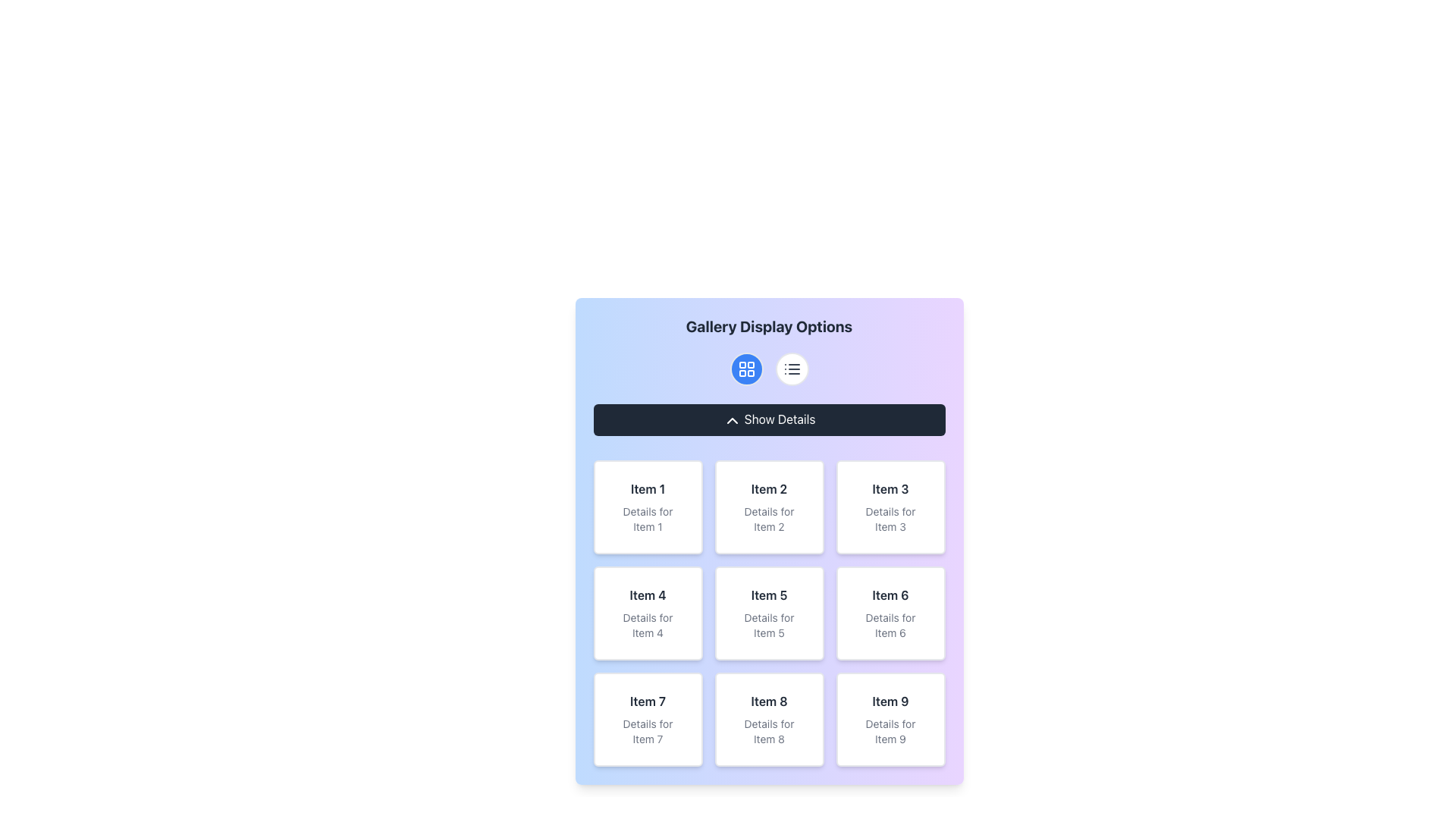  What do you see at coordinates (890, 625) in the screenshot?
I see `the static text label providing additional descriptive information about 'Item 6', located in the sixth card of a 3x3 grid layout in the bottom-right corner` at bounding box center [890, 625].